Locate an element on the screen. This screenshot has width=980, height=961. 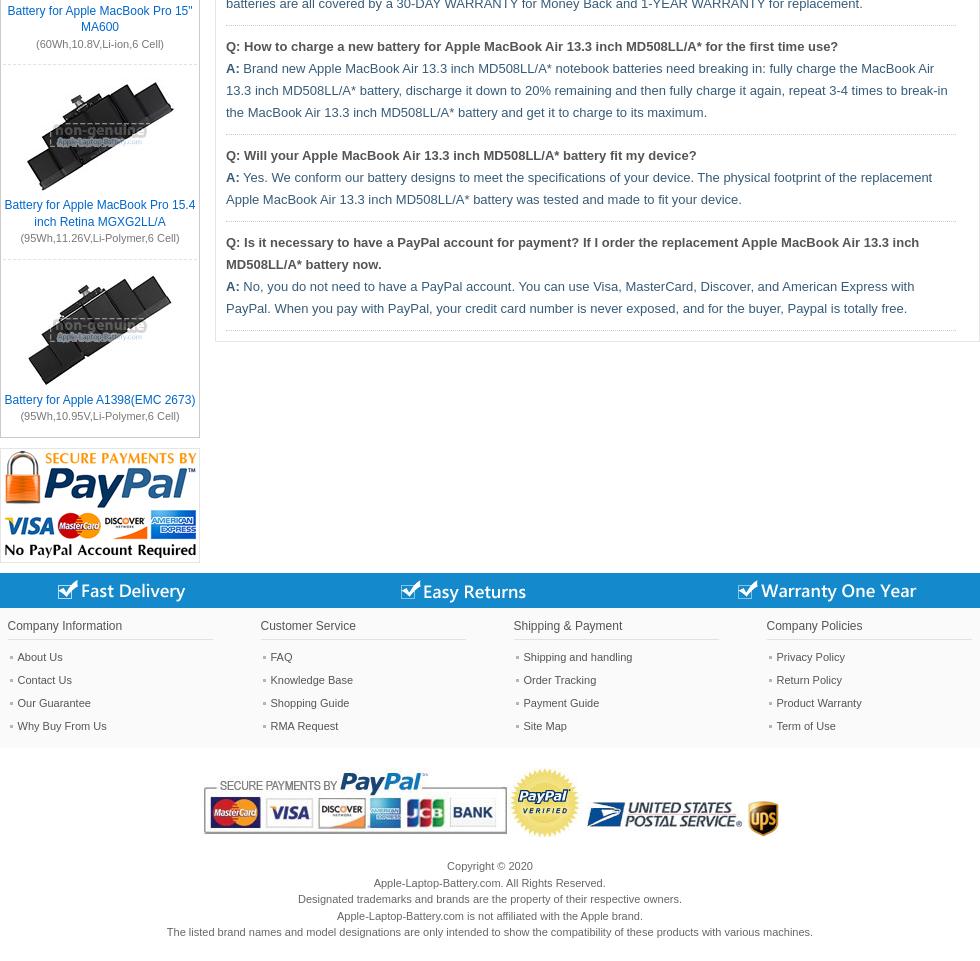
'Battery for Apple MacBook Pro 15" MA600' is located at coordinates (99, 17).